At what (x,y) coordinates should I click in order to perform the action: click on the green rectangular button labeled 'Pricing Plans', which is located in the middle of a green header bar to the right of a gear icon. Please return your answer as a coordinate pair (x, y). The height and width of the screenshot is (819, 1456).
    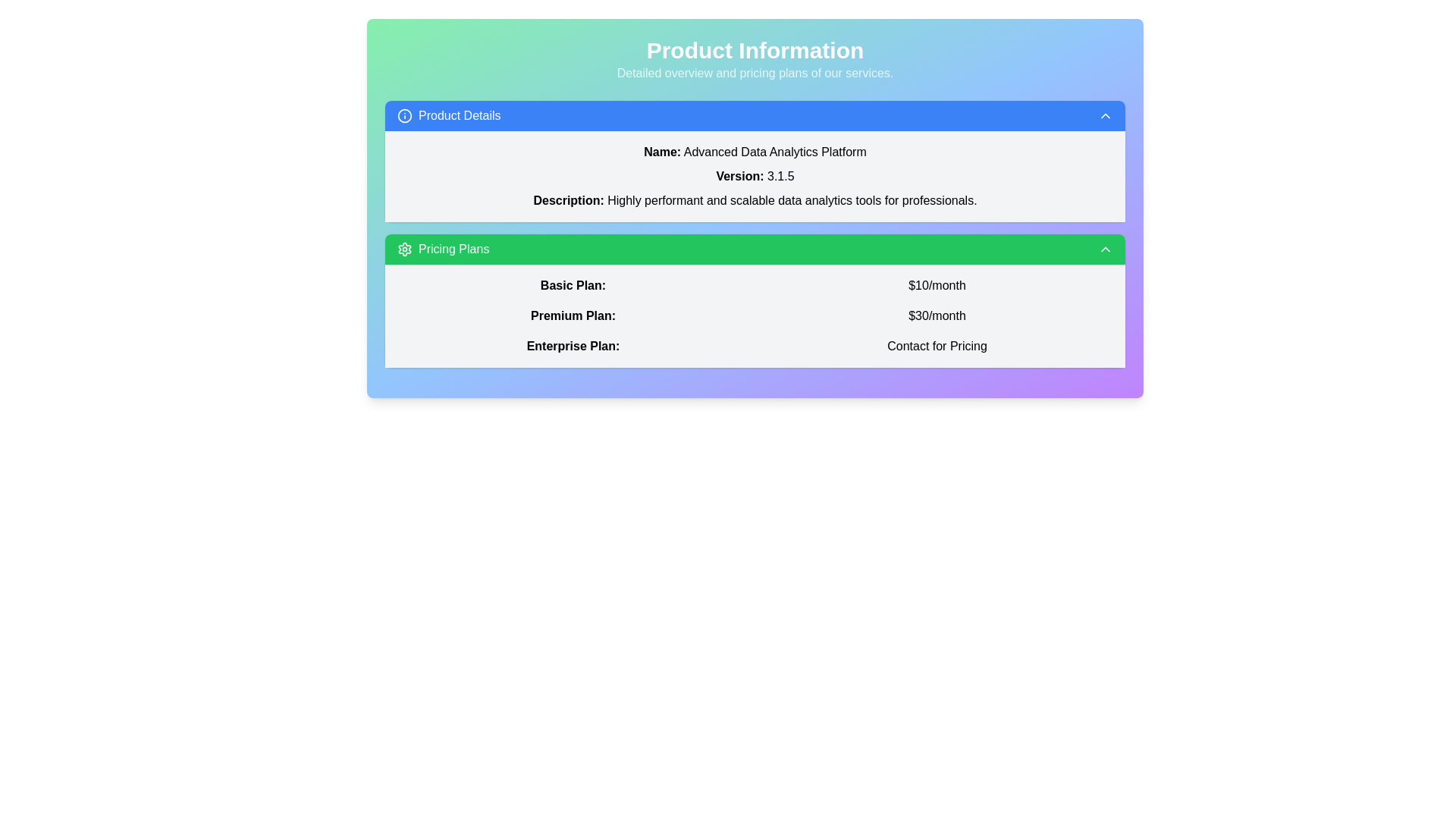
    Looking at the image, I should click on (453, 248).